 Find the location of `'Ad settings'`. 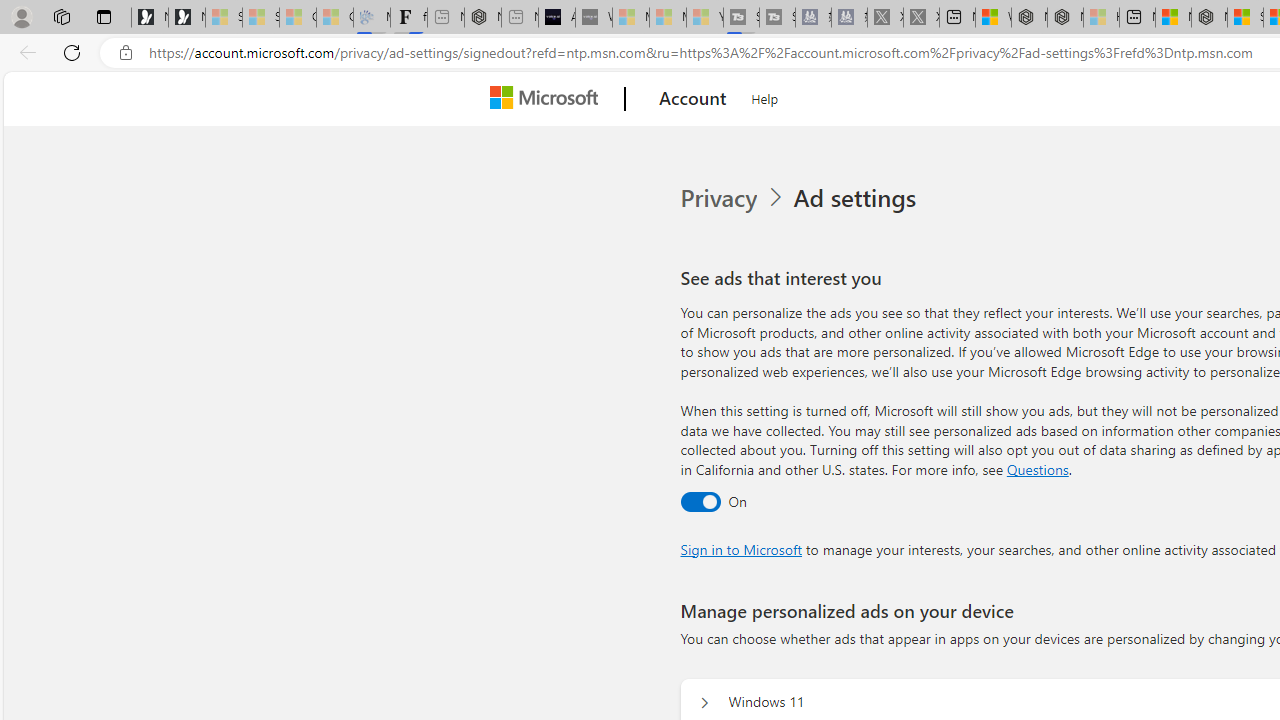

'Ad settings' is located at coordinates (858, 198).